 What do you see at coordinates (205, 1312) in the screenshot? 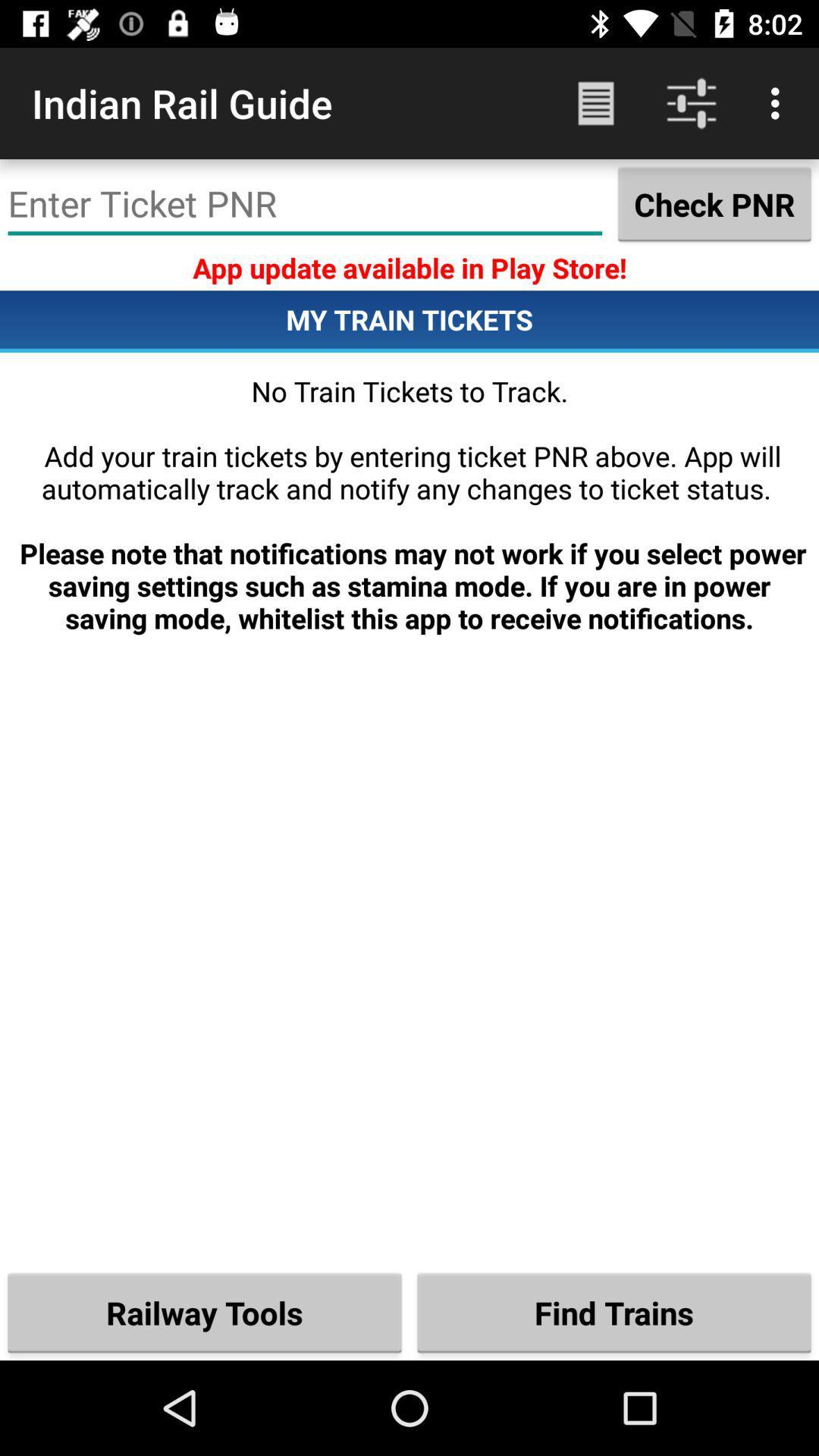
I see `the icon to the left of find trains icon` at bounding box center [205, 1312].